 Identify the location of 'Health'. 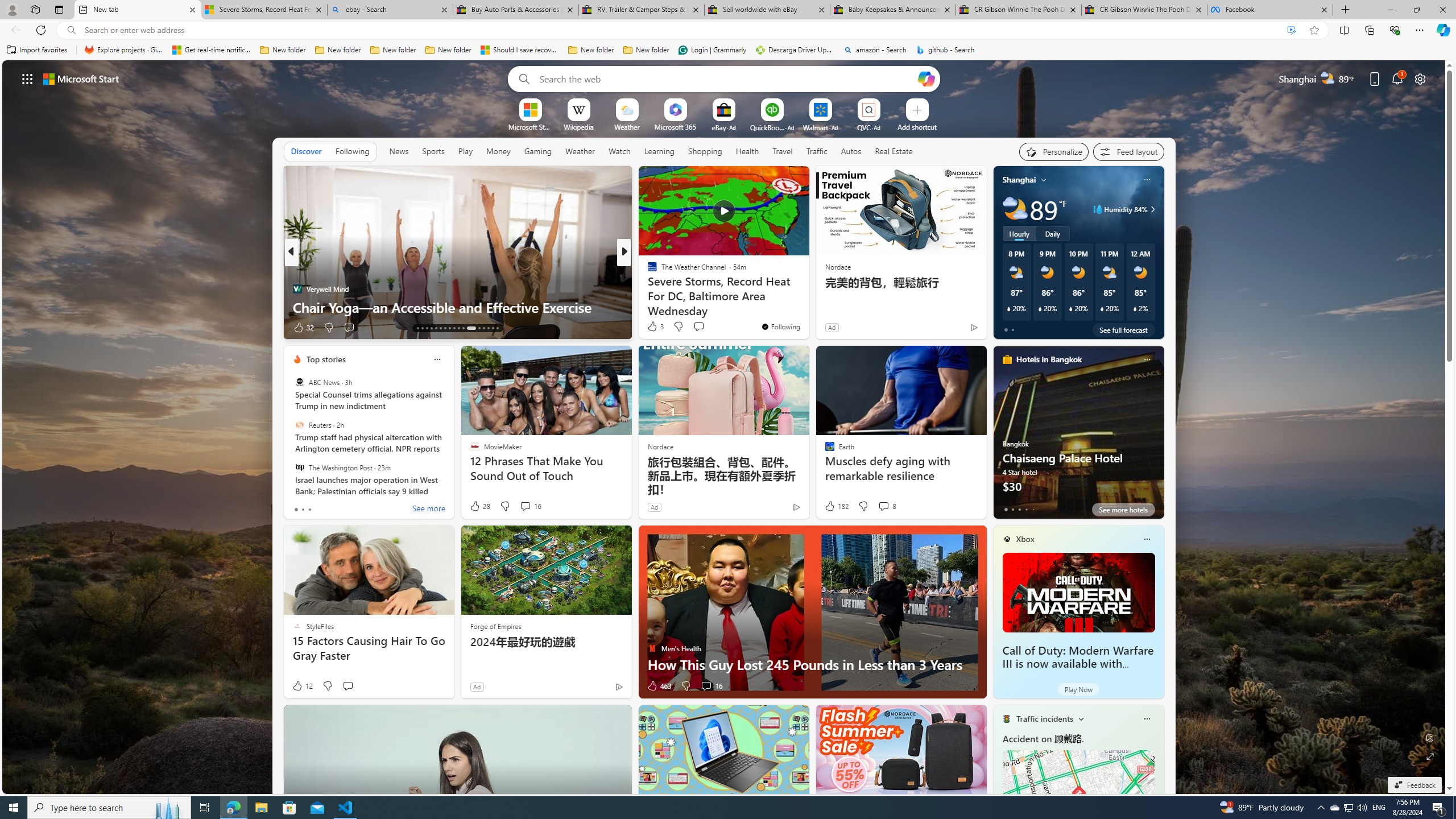
(746, 150).